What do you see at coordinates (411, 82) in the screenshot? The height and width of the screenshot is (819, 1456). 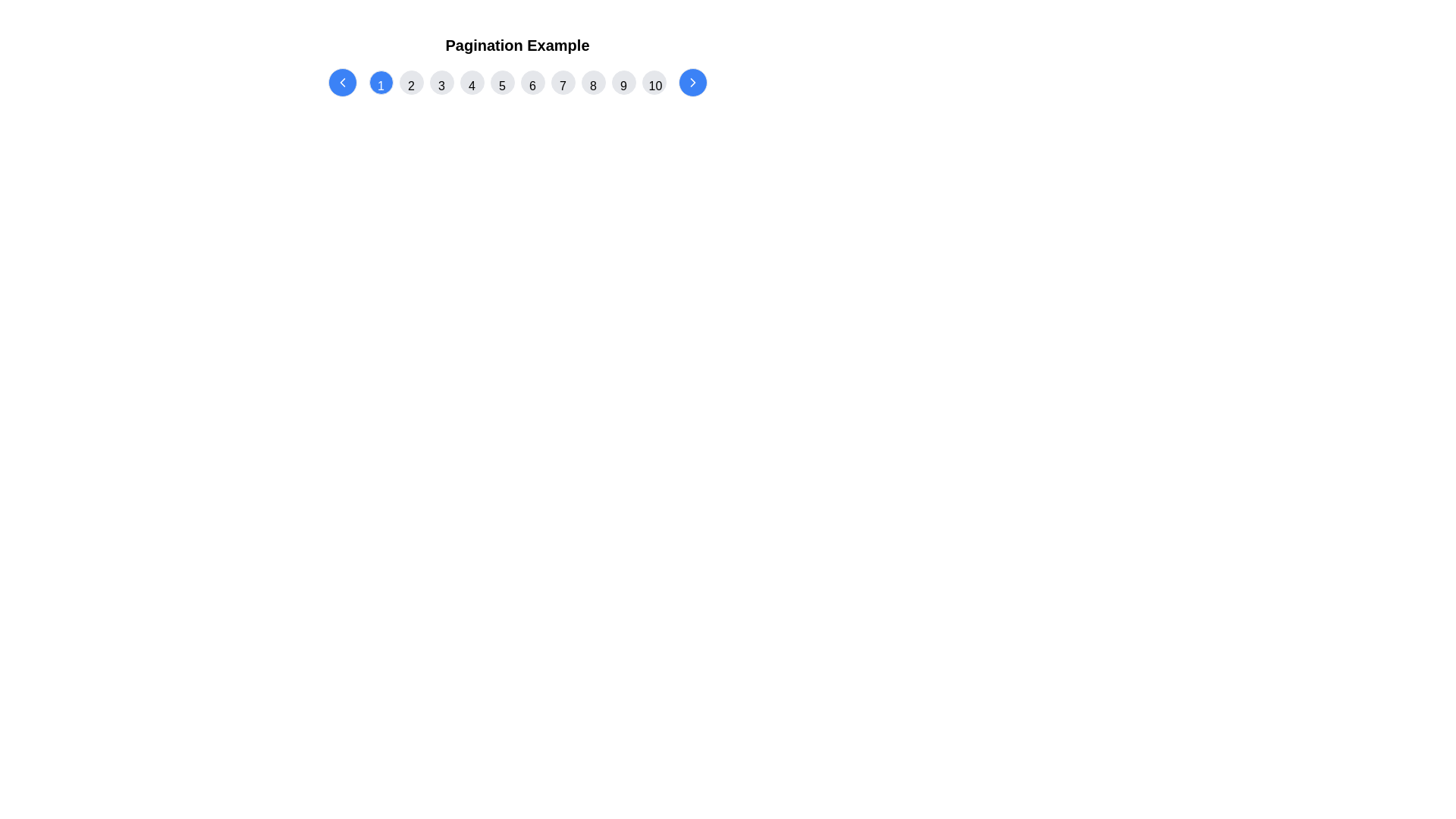 I see `the circular button labeled '2' to change its background color` at bounding box center [411, 82].